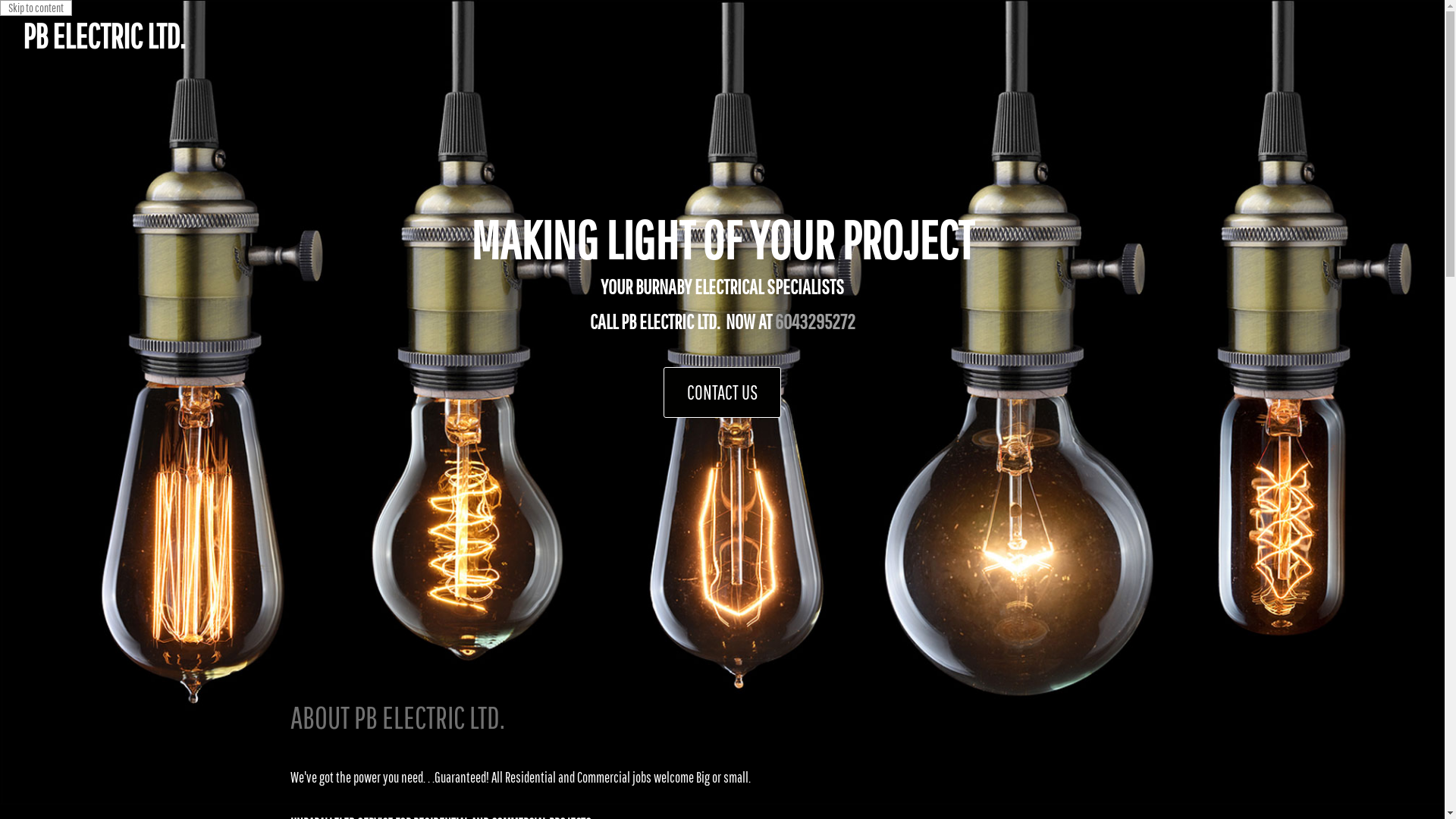 Image resolution: width=1456 pixels, height=819 pixels. I want to click on 'CONTACT US', so click(721, 391).